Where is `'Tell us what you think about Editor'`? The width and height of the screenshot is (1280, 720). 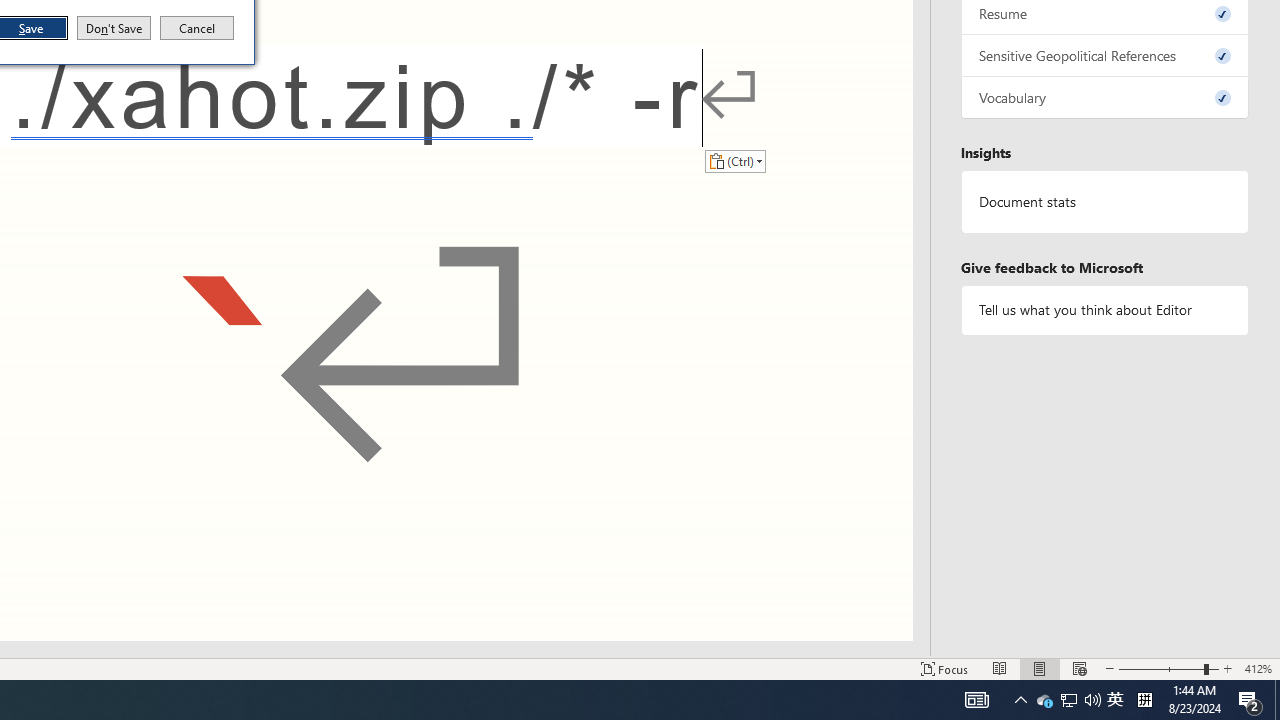
'Tell us what you think about Editor' is located at coordinates (1104, 310).